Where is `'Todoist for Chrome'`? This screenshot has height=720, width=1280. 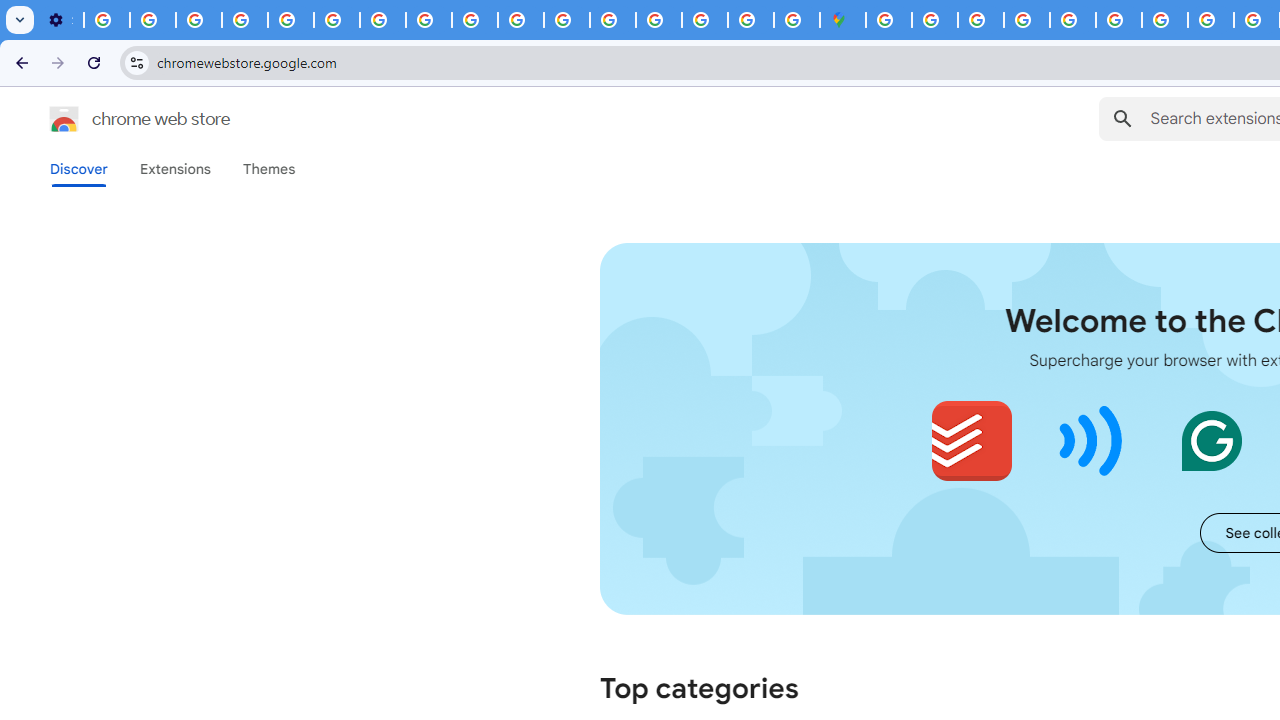
'Todoist for Chrome' is located at coordinates (971, 440).